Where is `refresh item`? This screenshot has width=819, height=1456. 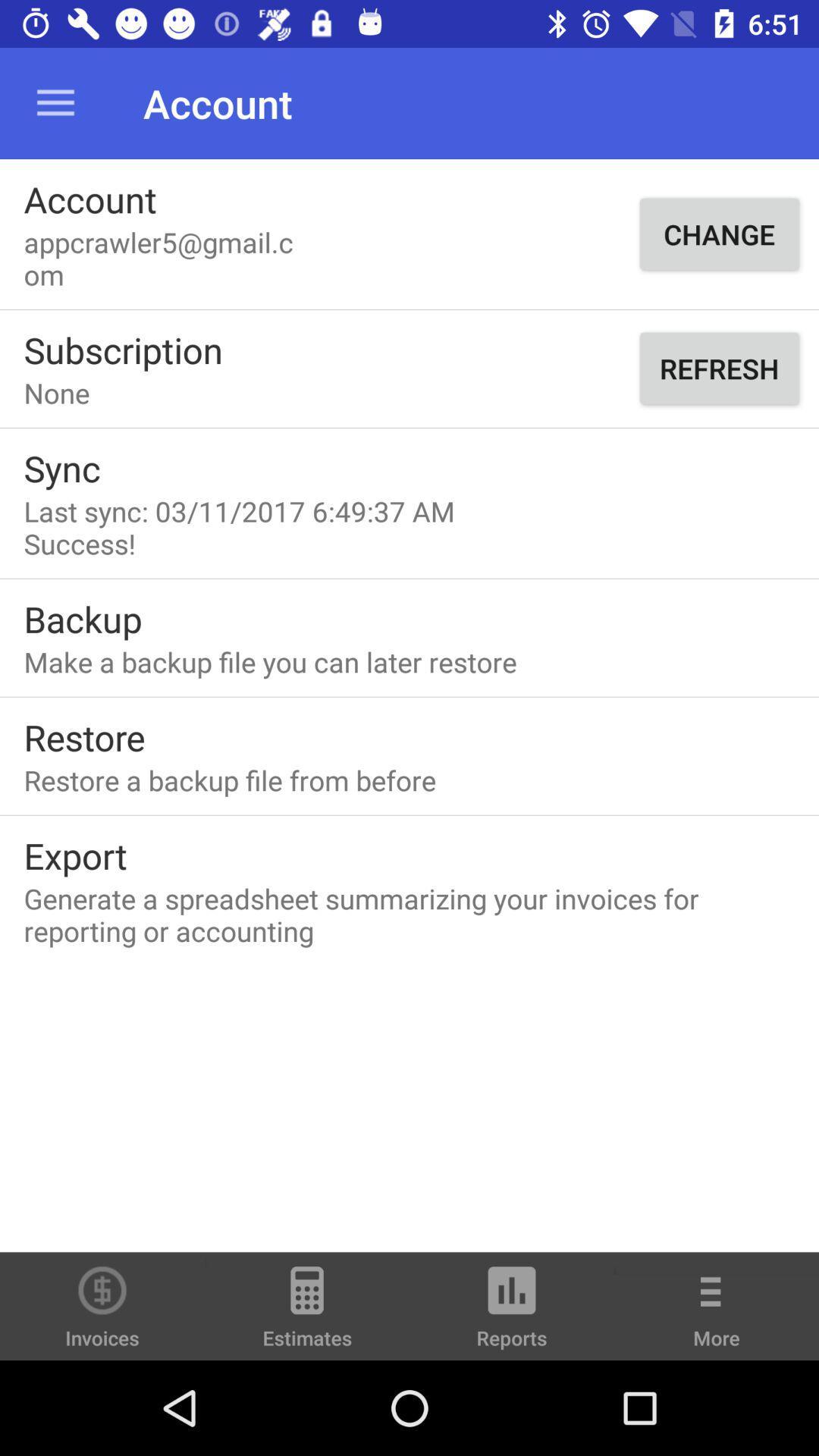 refresh item is located at coordinates (718, 368).